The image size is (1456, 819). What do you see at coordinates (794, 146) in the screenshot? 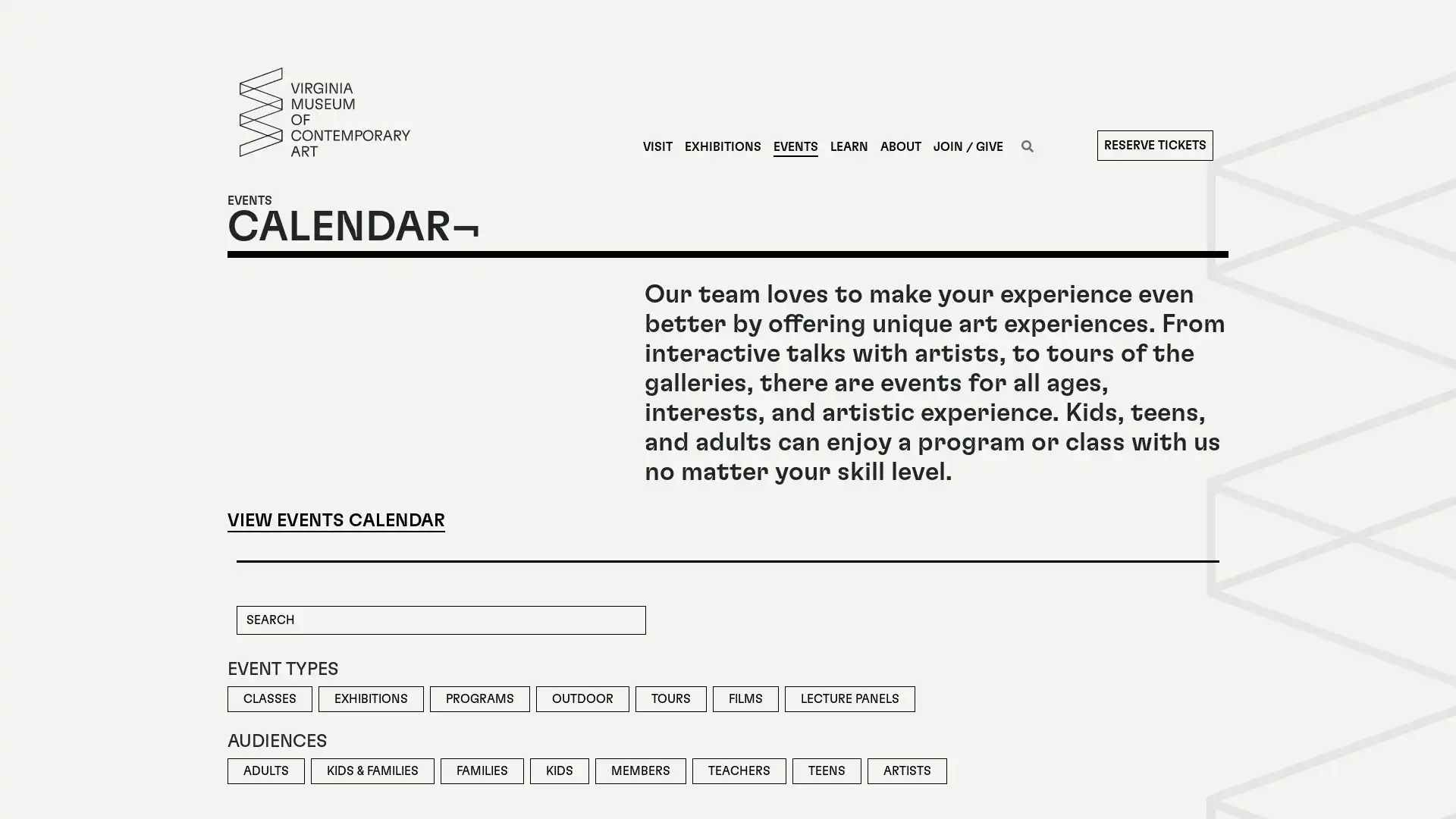
I see `EVENTS` at bounding box center [794, 146].